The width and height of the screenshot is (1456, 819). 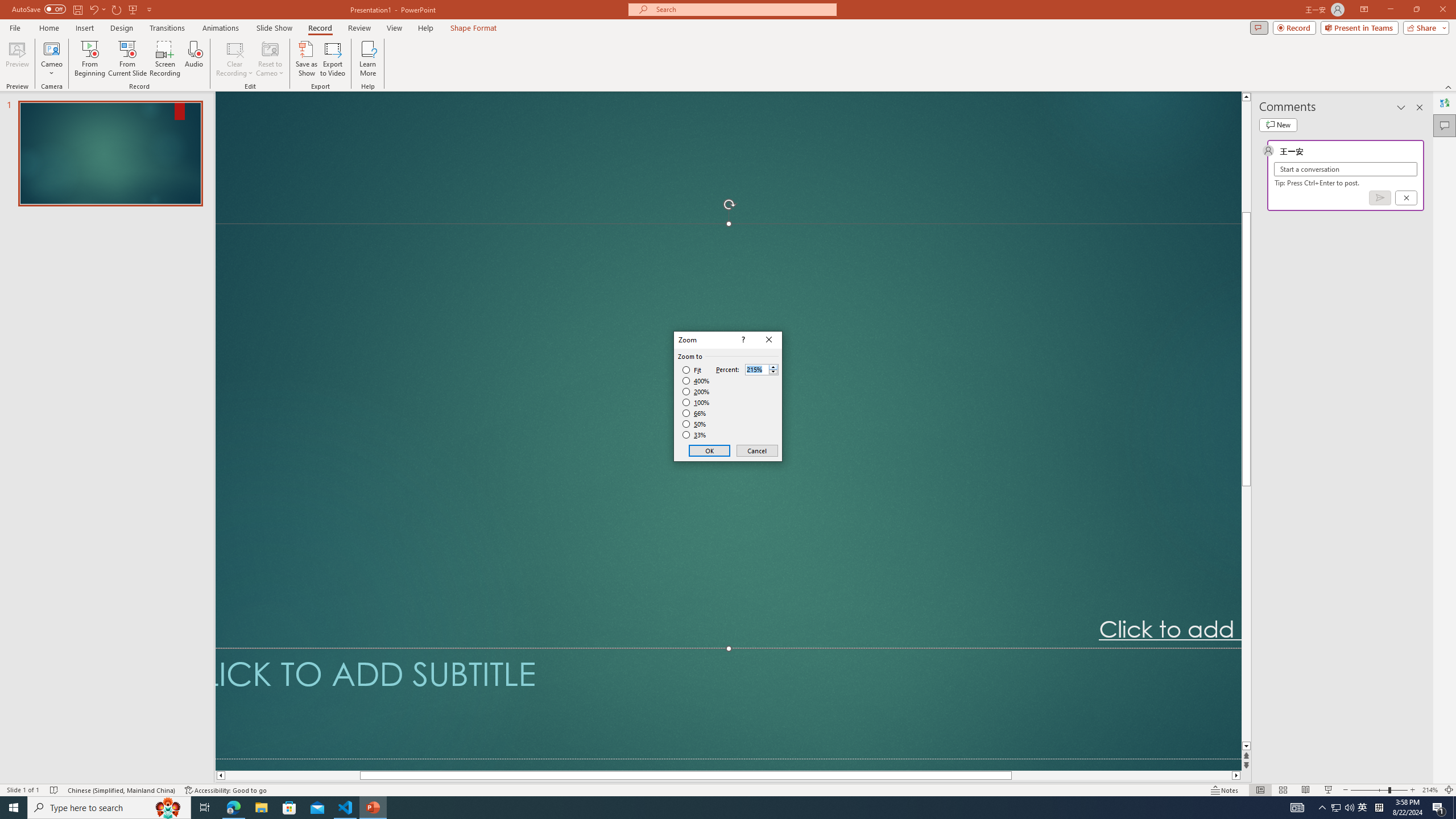 I want to click on 'More', so click(x=772, y=366).